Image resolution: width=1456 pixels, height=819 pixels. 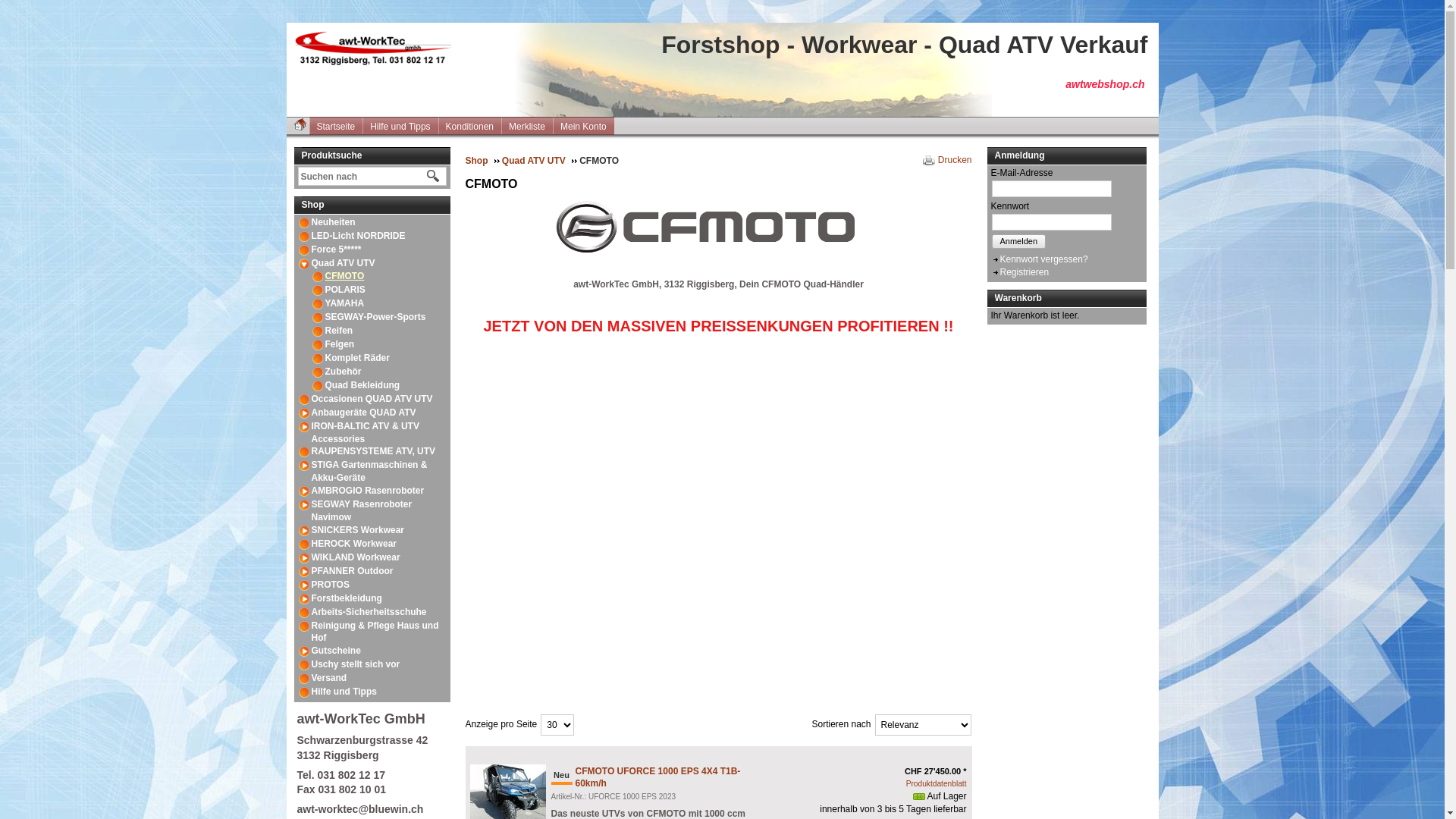 What do you see at coordinates (336, 248) in the screenshot?
I see `'Force 5*****'` at bounding box center [336, 248].